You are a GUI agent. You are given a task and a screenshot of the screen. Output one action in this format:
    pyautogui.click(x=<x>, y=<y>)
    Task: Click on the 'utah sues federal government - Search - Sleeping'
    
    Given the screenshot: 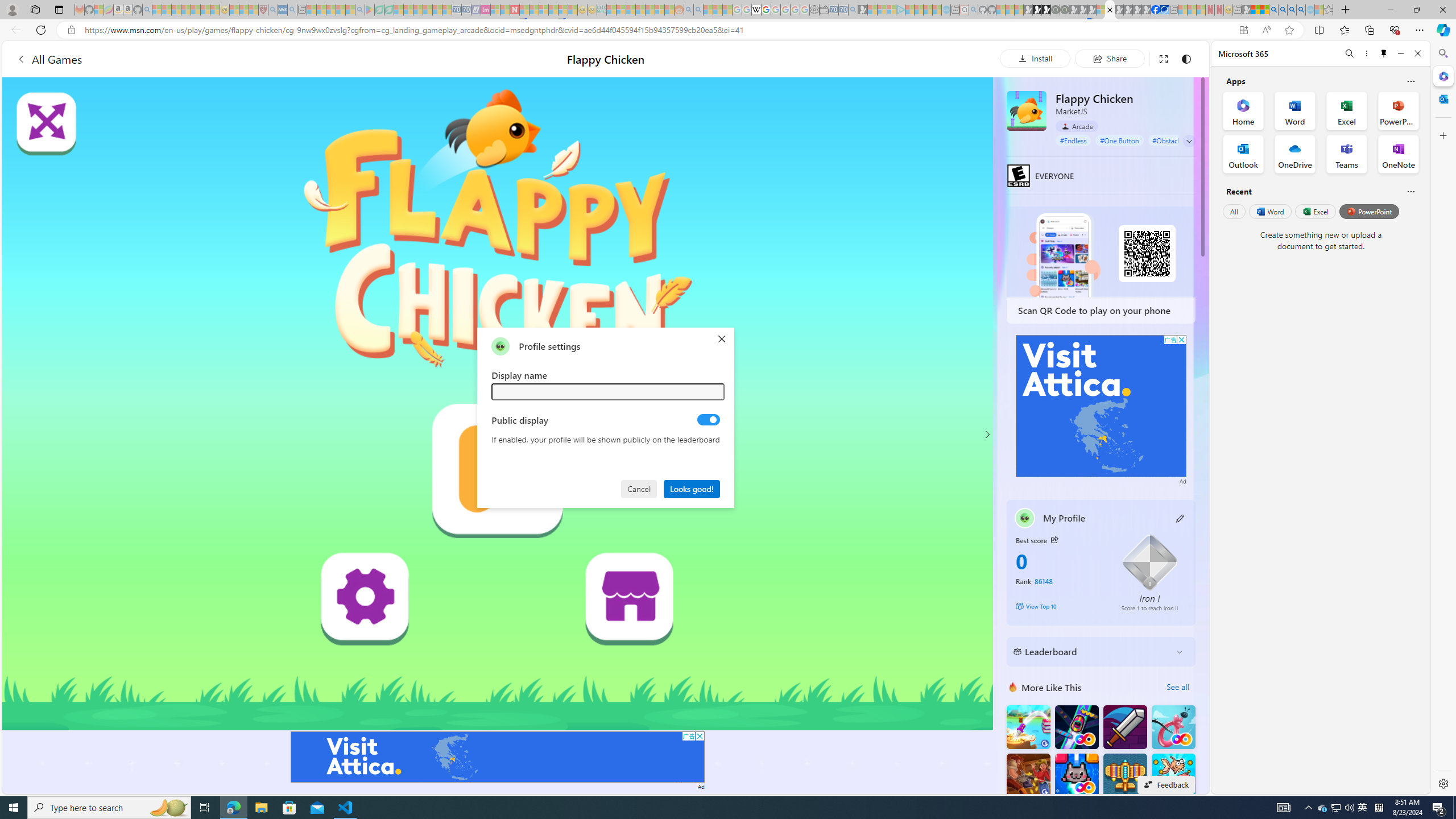 What is the action you would take?
    pyautogui.click(x=292, y=9)
    